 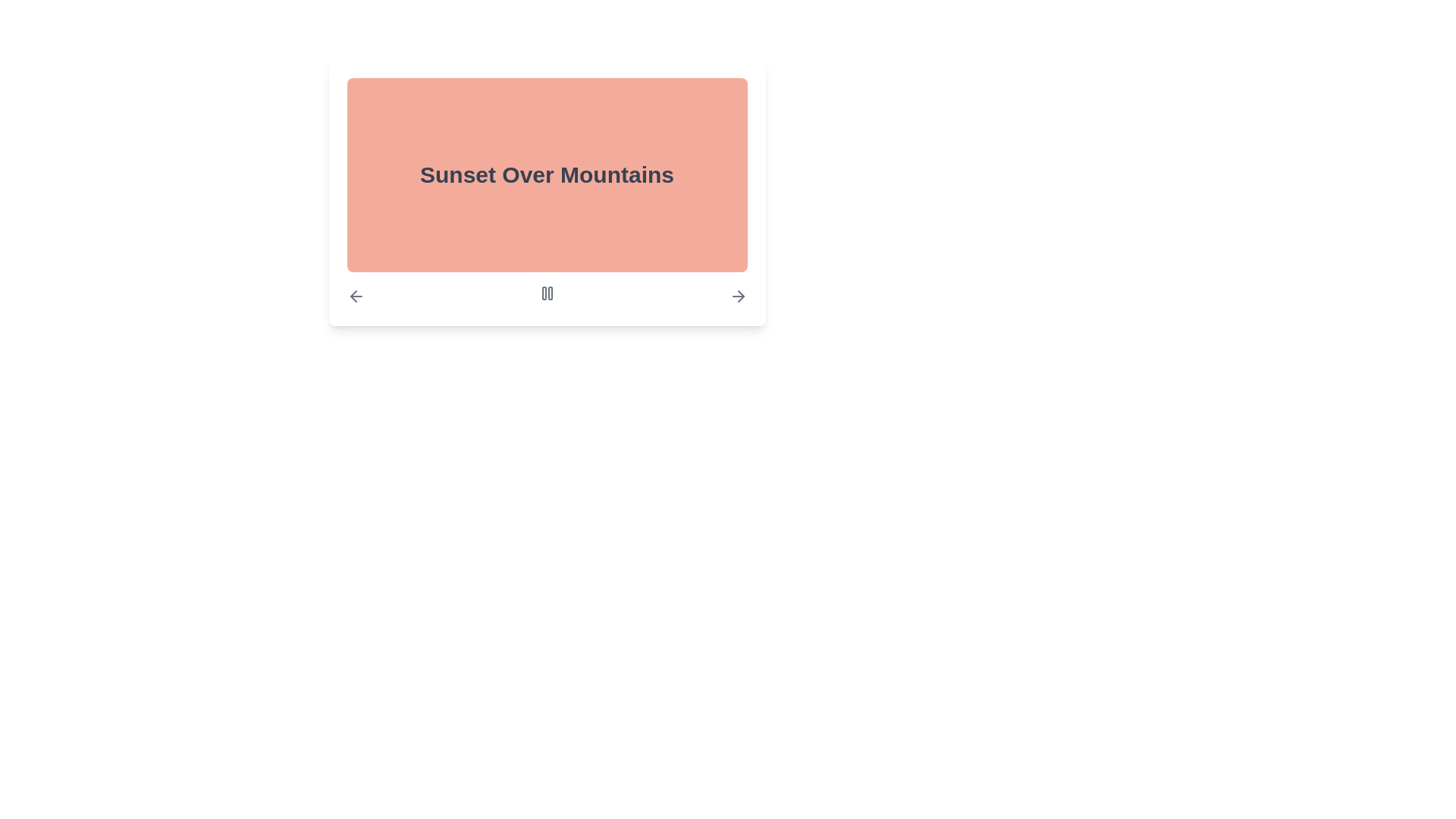 What do you see at coordinates (546, 174) in the screenshot?
I see `the bold, large text snippet 'Sunset Over Mountains' styled in dark gray on a light reddish background, located near the upper-middle region of the viewport` at bounding box center [546, 174].